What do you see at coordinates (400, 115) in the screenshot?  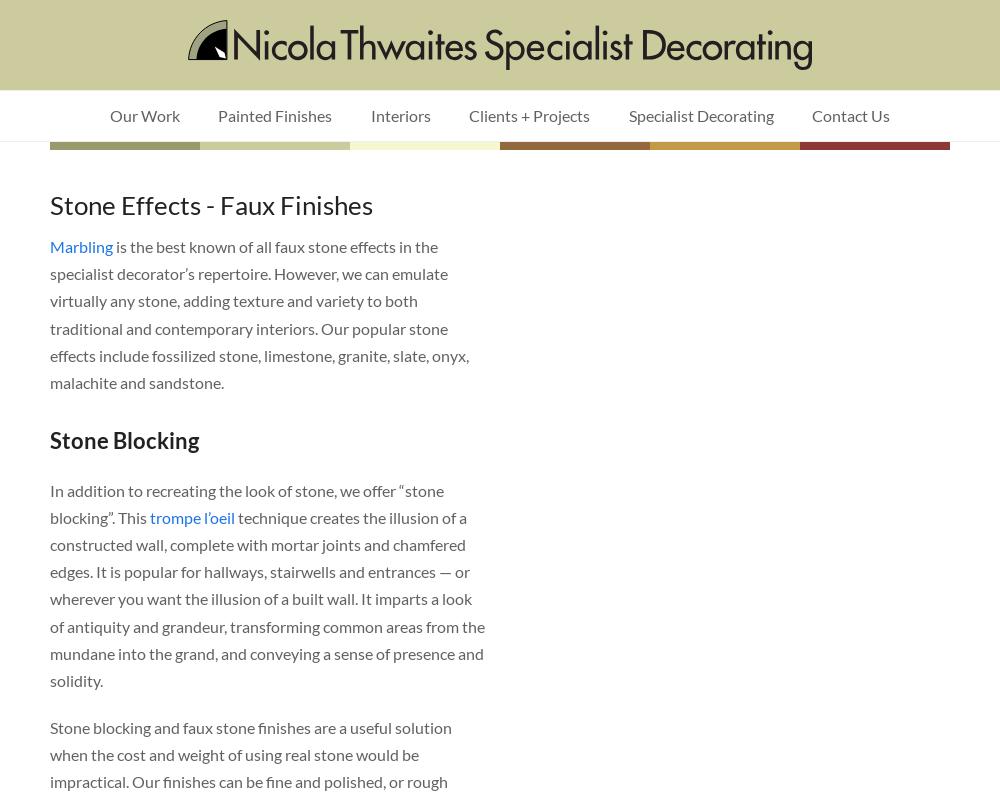 I see `'Interiors'` at bounding box center [400, 115].